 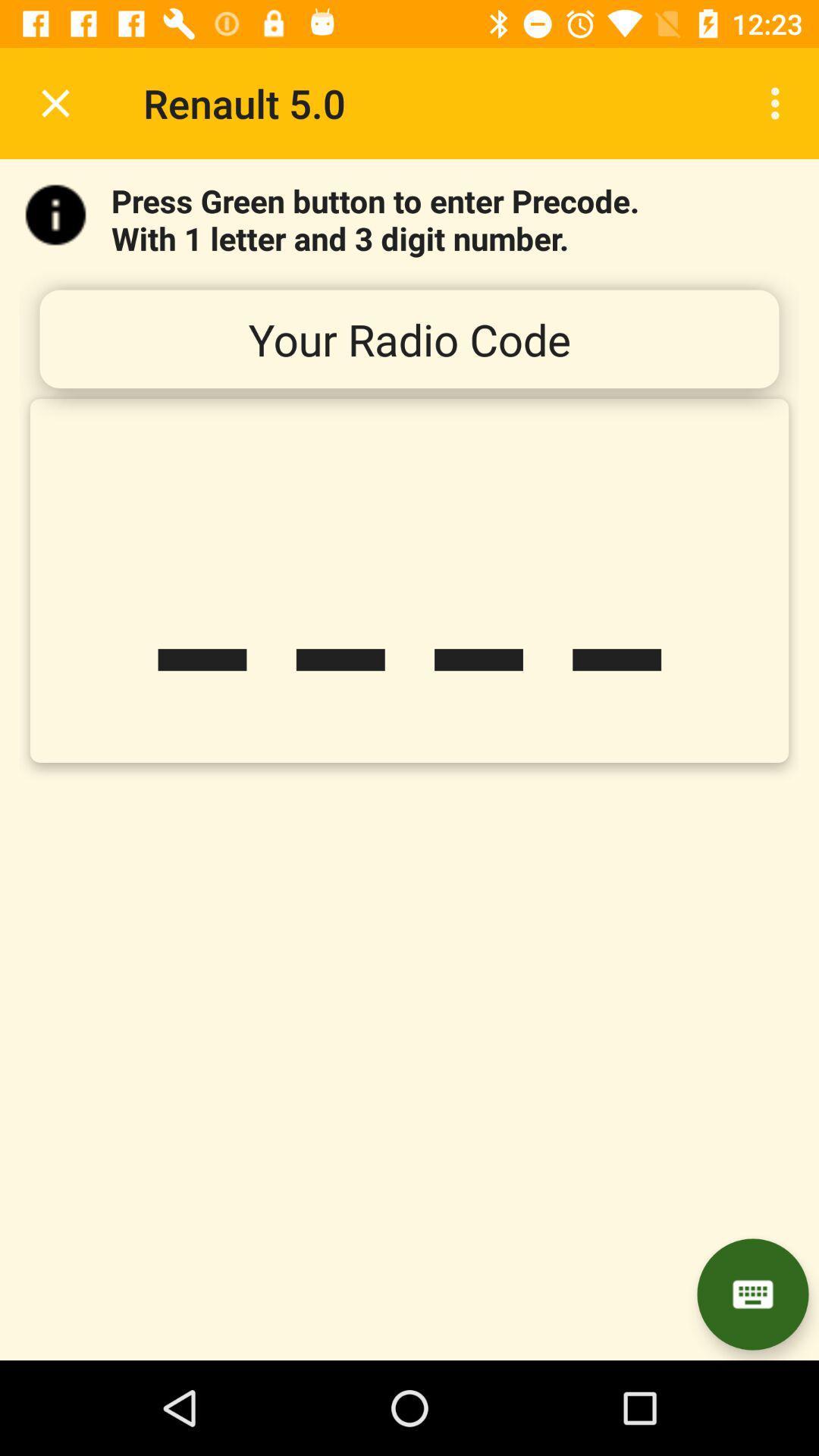 I want to click on the icon to the right of renault 5.0, so click(x=779, y=102).